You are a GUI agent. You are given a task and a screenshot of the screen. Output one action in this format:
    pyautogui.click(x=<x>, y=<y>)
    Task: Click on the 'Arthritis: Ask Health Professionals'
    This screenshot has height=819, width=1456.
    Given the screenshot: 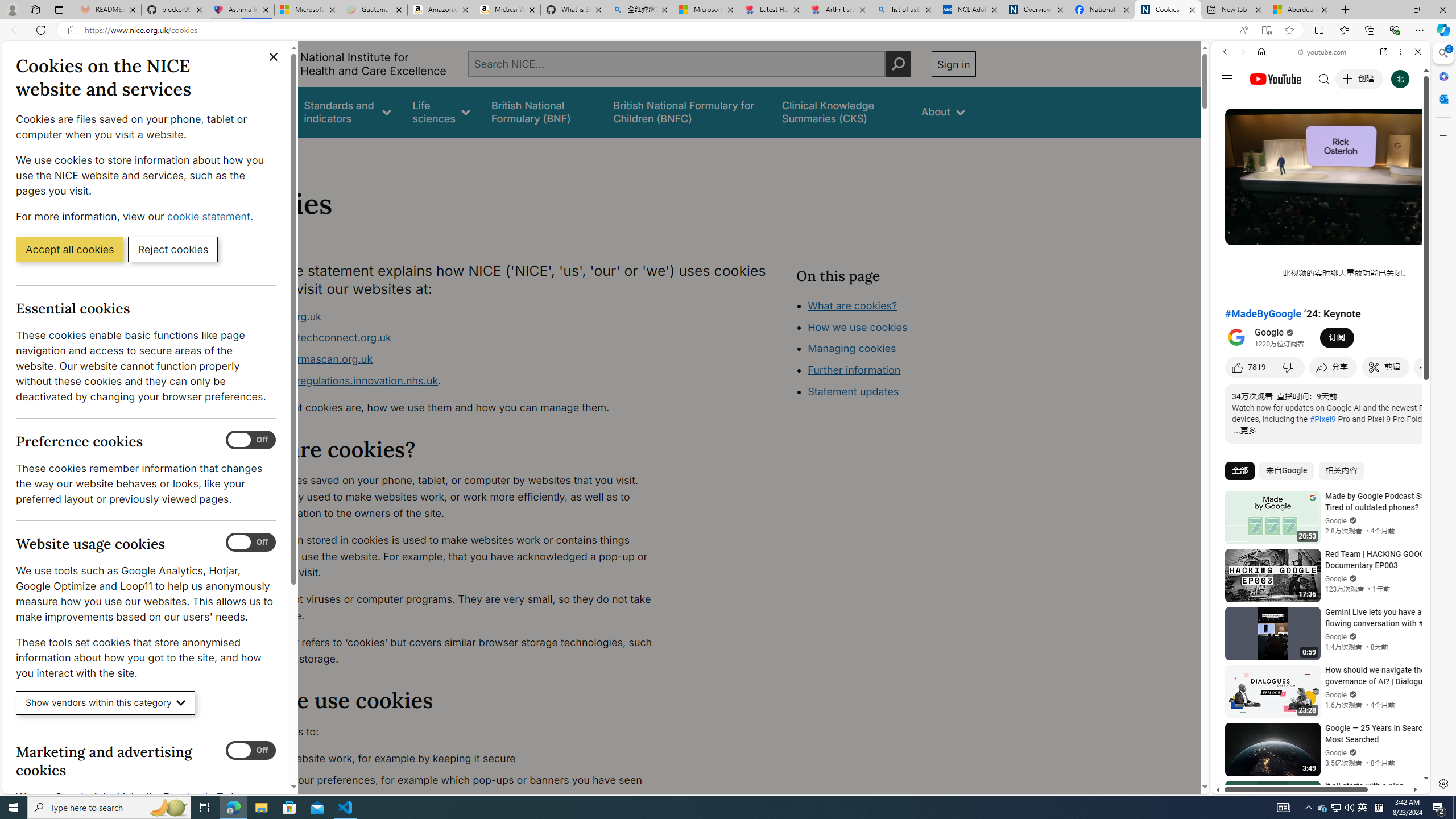 What is the action you would take?
    pyautogui.click(x=838, y=9)
    